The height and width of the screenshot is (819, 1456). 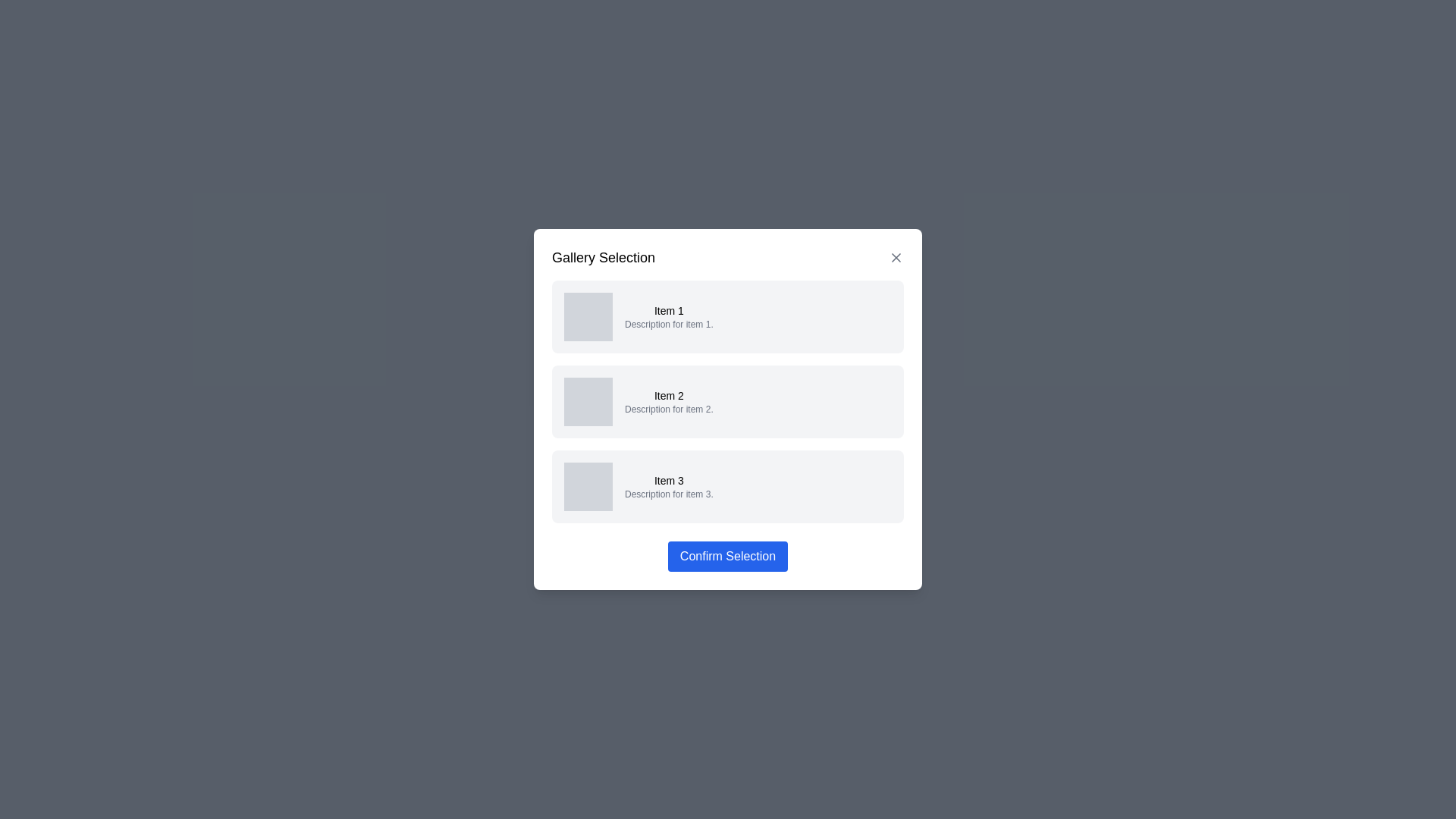 I want to click on the small cross ('X') icon located at the top-right corner of the modal, so click(x=896, y=256).